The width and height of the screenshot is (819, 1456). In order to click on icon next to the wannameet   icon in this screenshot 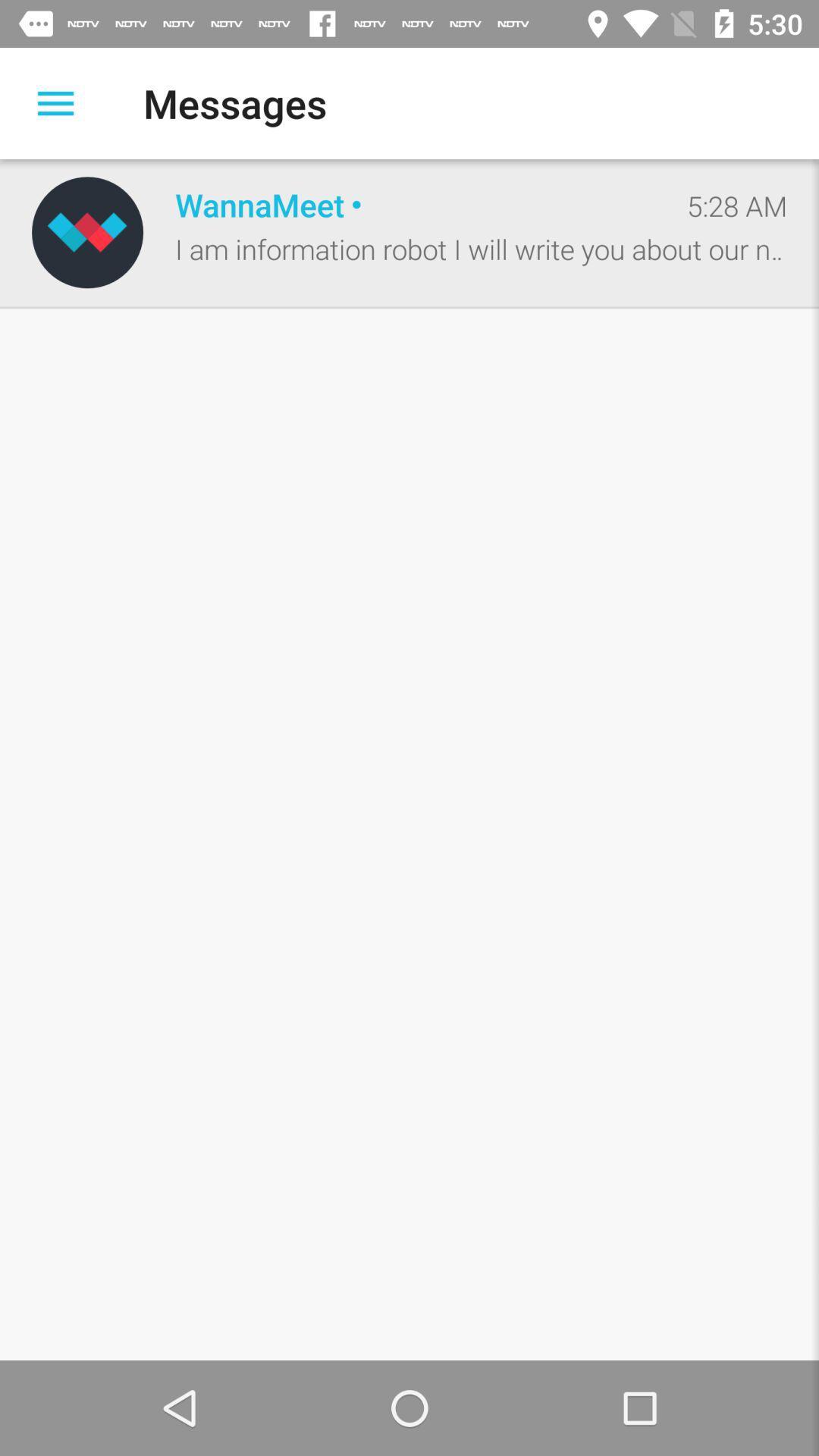, I will do `click(736, 205)`.